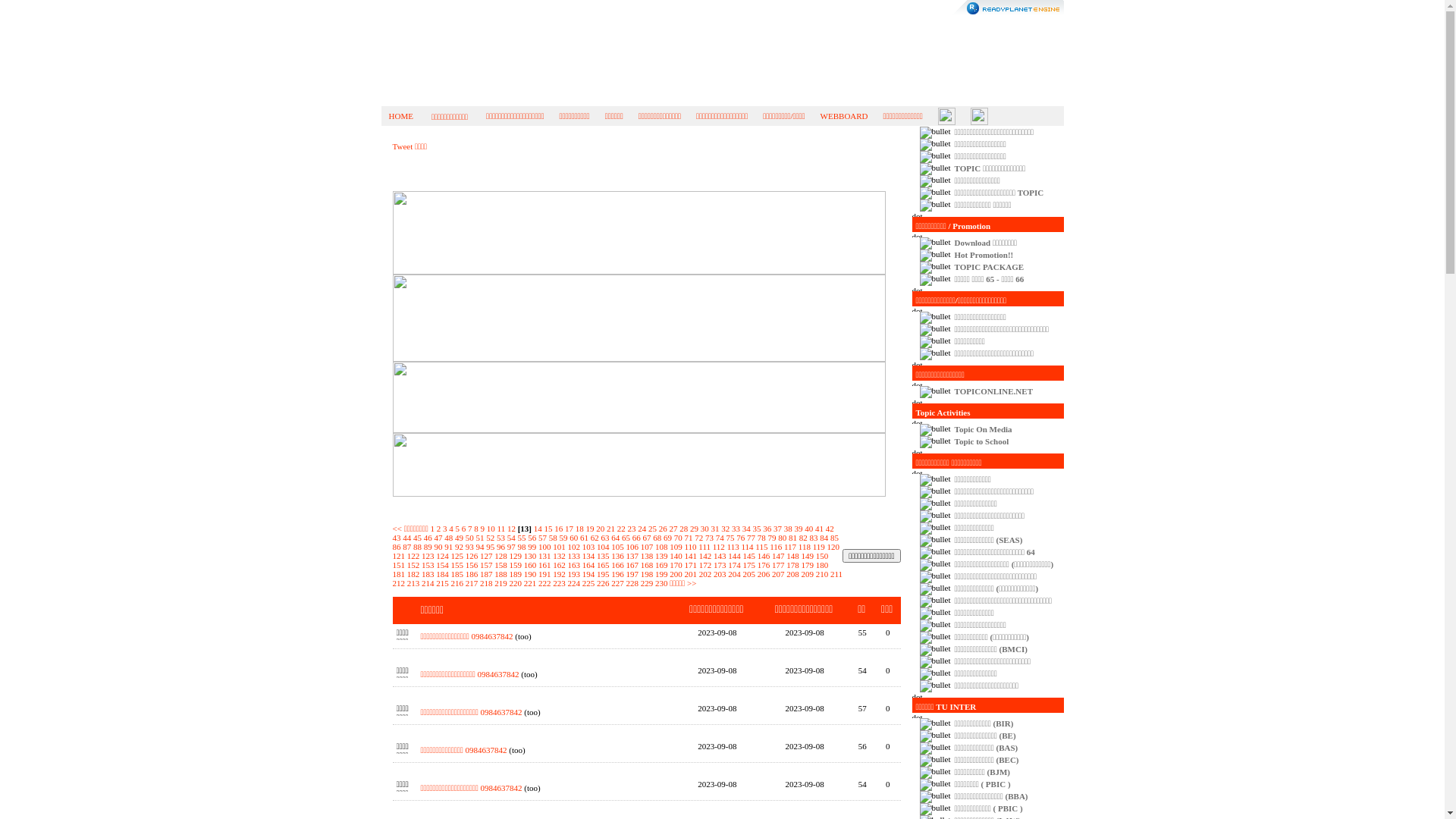 The image size is (1456, 819). What do you see at coordinates (749, 573) in the screenshot?
I see `'205'` at bounding box center [749, 573].